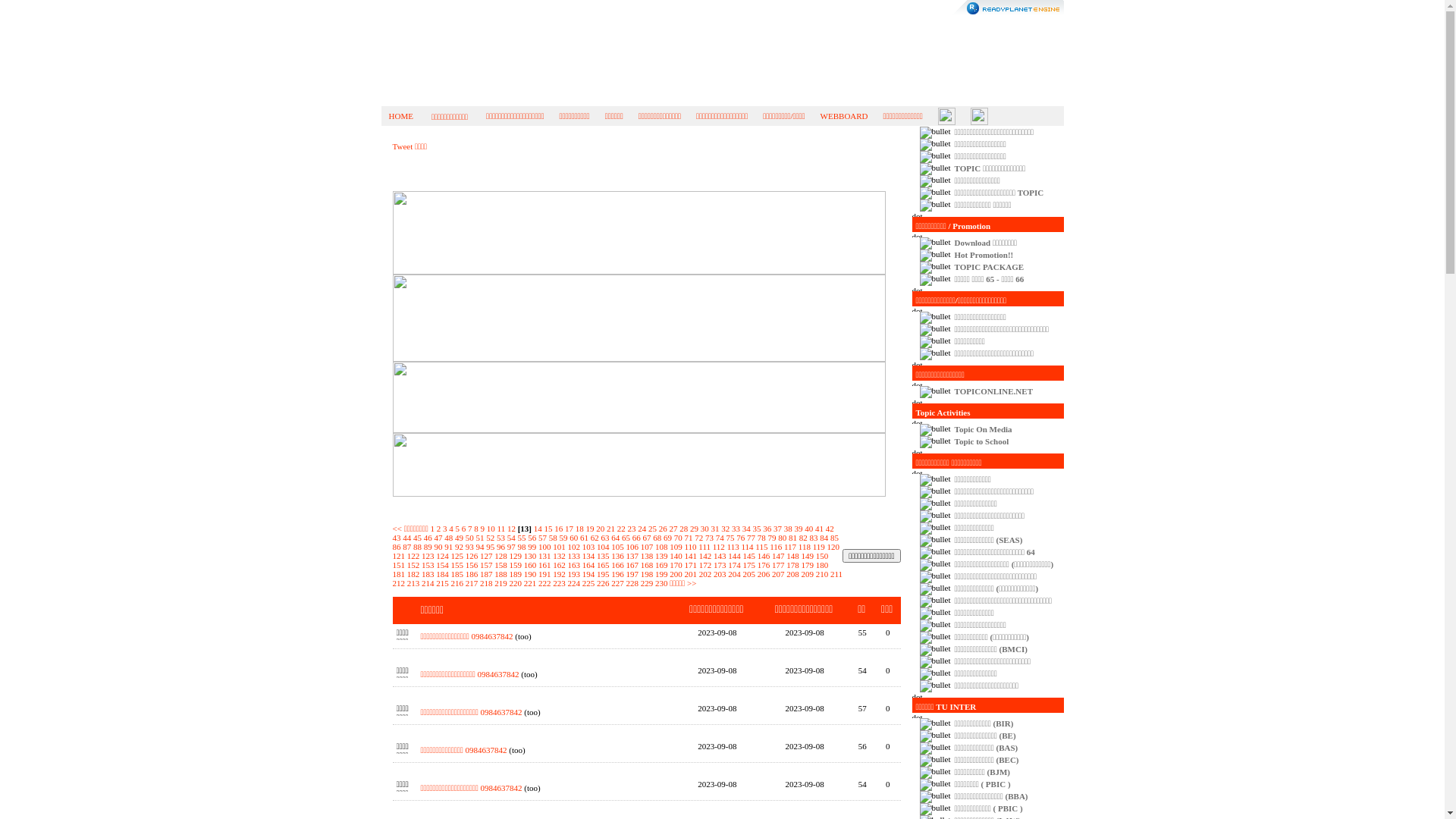 The image size is (1456, 819). What do you see at coordinates (749, 573) in the screenshot?
I see `'205'` at bounding box center [749, 573].